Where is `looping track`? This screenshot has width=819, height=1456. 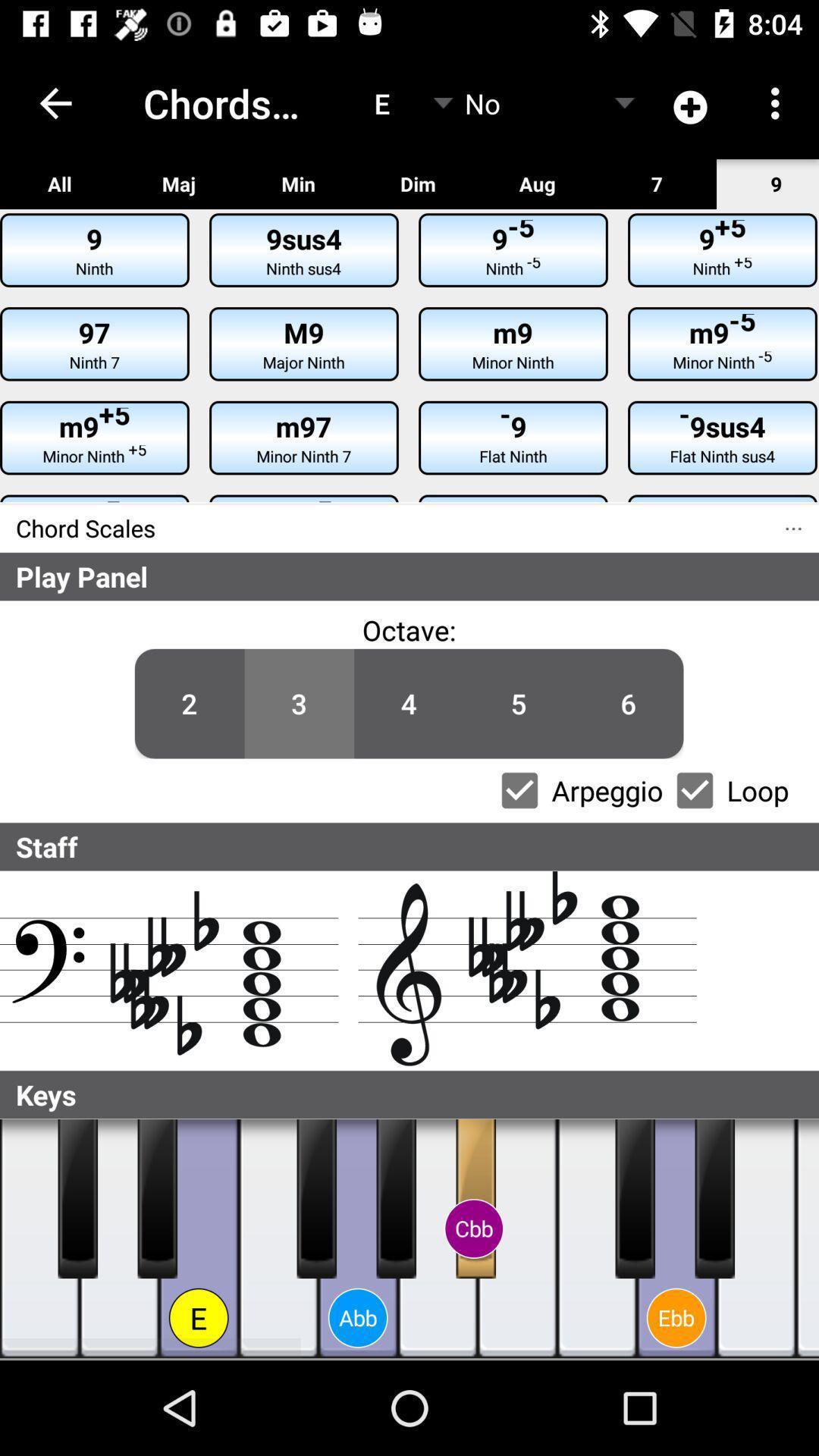 looping track is located at coordinates (695, 789).